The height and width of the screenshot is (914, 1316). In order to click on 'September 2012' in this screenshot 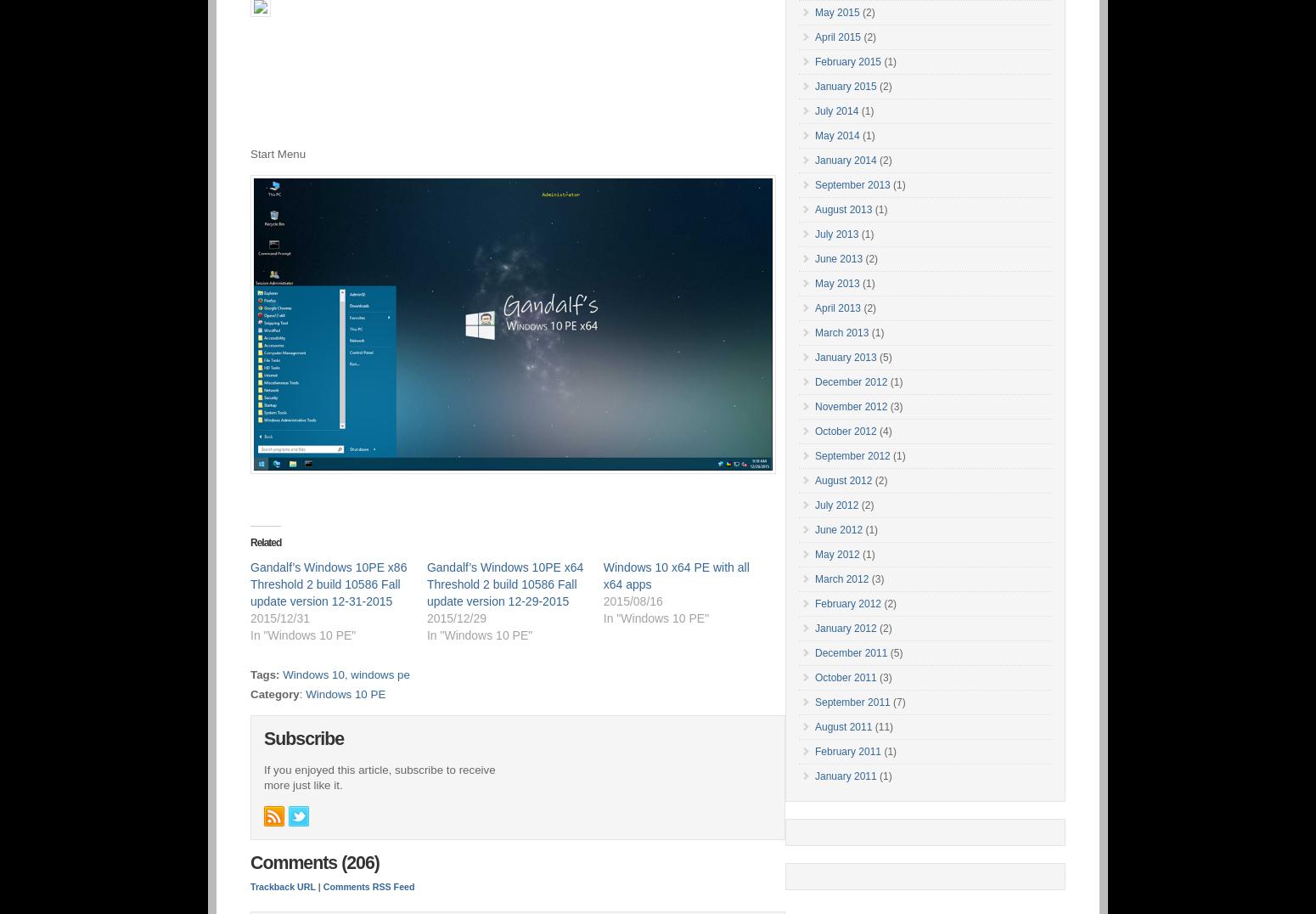, I will do `click(851, 456)`.